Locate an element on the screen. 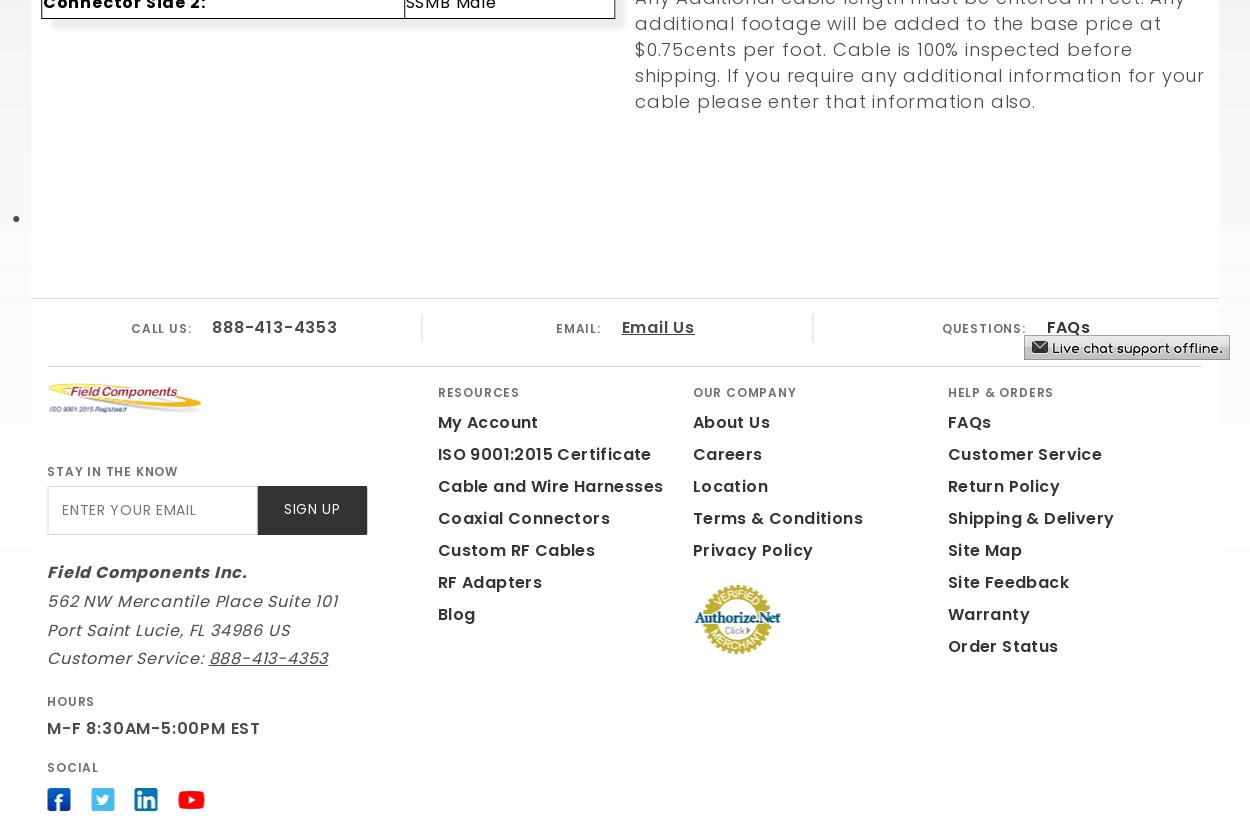 This screenshot has width=1250, height=820. 'Sign Up' is located at coordinates (311, 509).